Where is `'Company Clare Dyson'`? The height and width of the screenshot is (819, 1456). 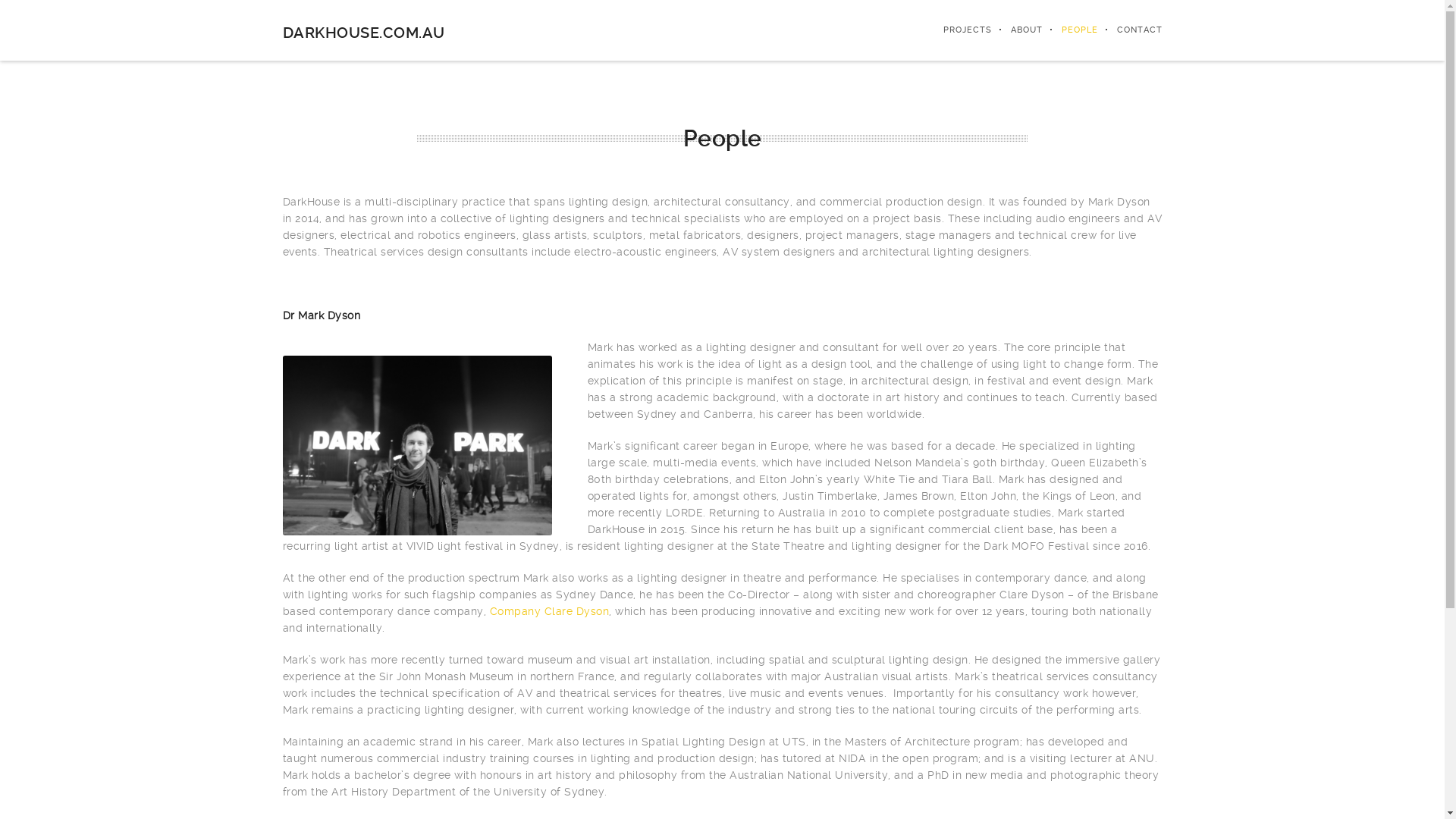 'Company Clare Dyson' is located at coordinates (548, 610).